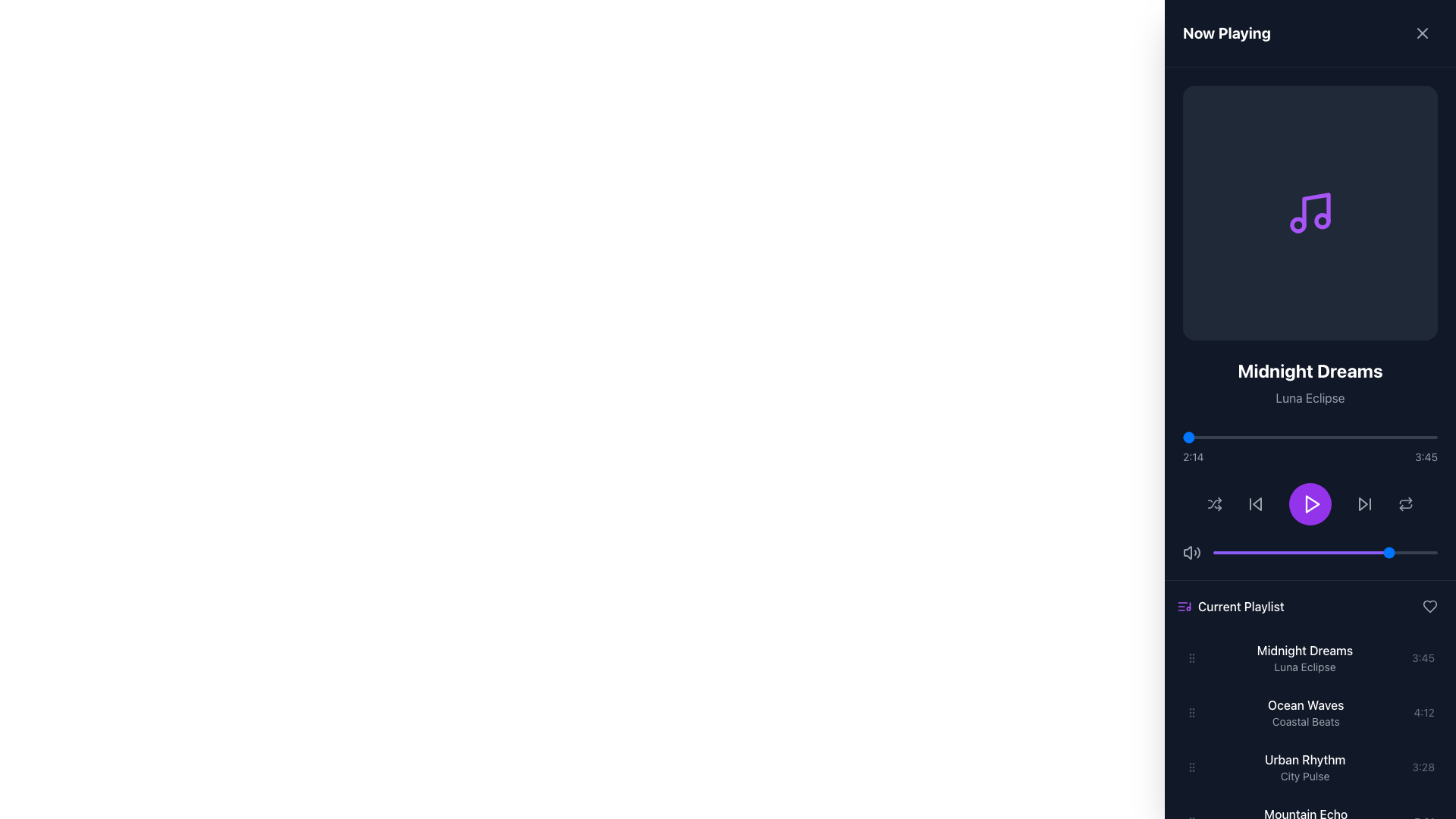  Describe the element at coordinates (1291, 438) in the screenshot. I see `the playback progress` at that location.